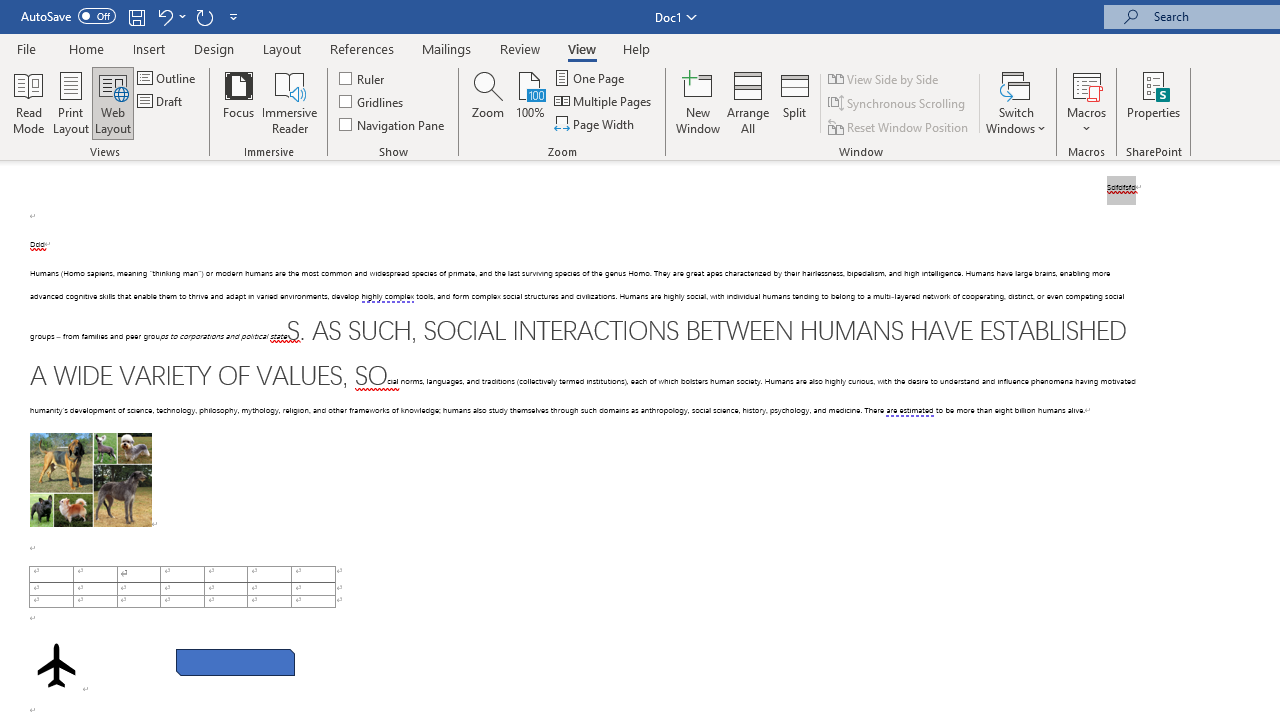 This screenshot has width=1280, height=720. I want to click on 'Focus', so click(238, 103).